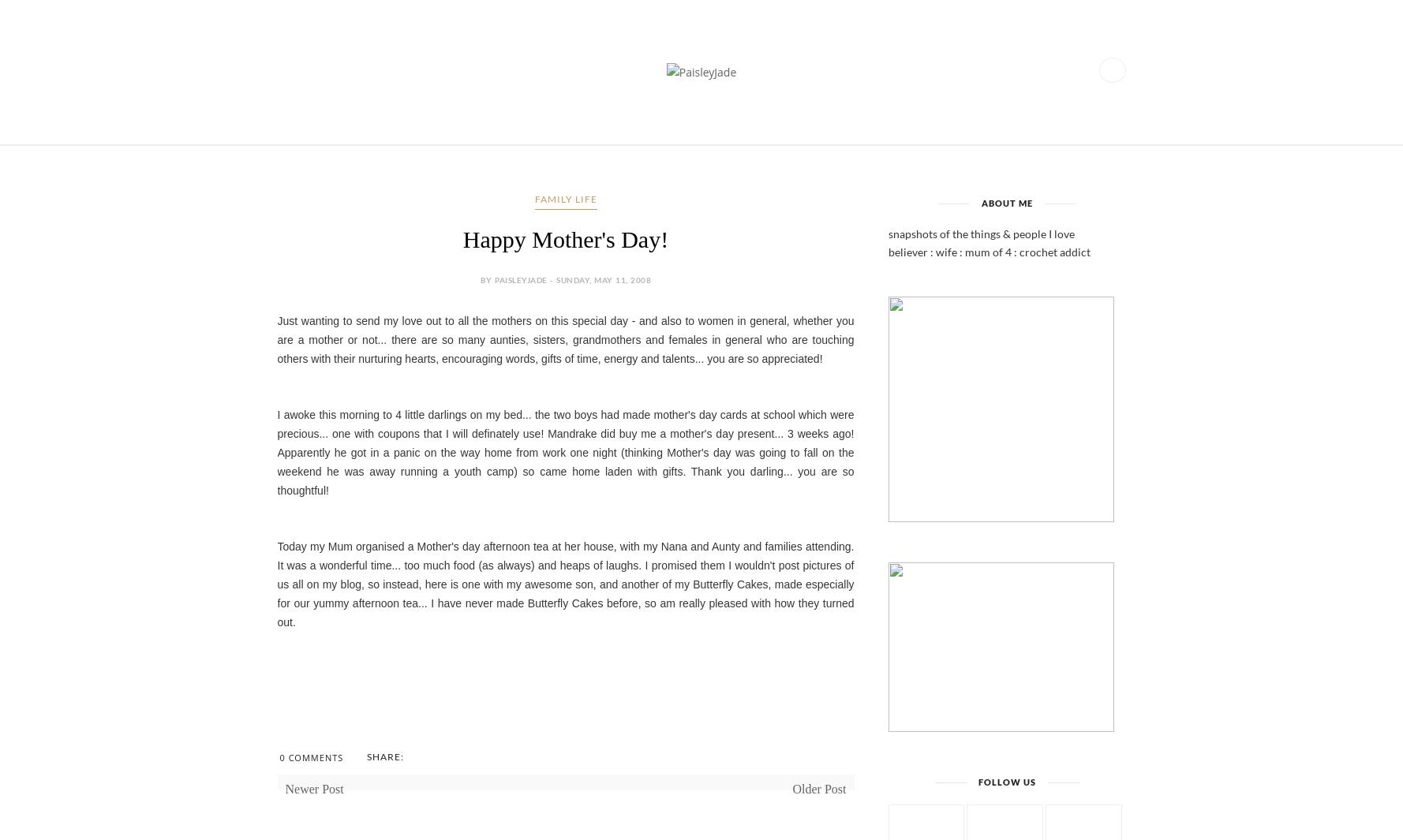 The height and width of the screenshot is (840, 1403). I want to click on 'family life', so click(564, 198).